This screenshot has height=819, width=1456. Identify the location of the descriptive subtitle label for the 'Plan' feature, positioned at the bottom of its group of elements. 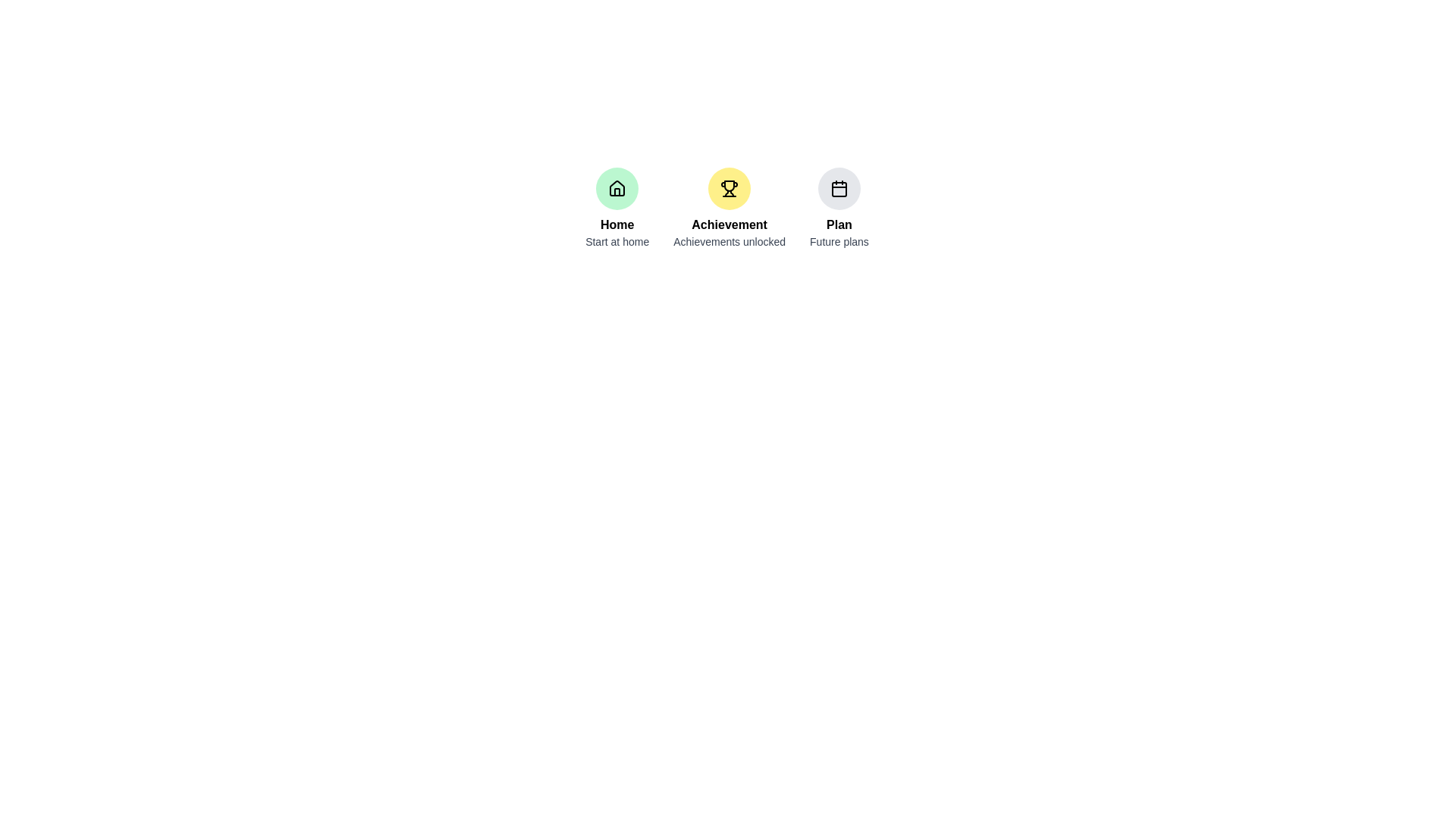
(838, 241).